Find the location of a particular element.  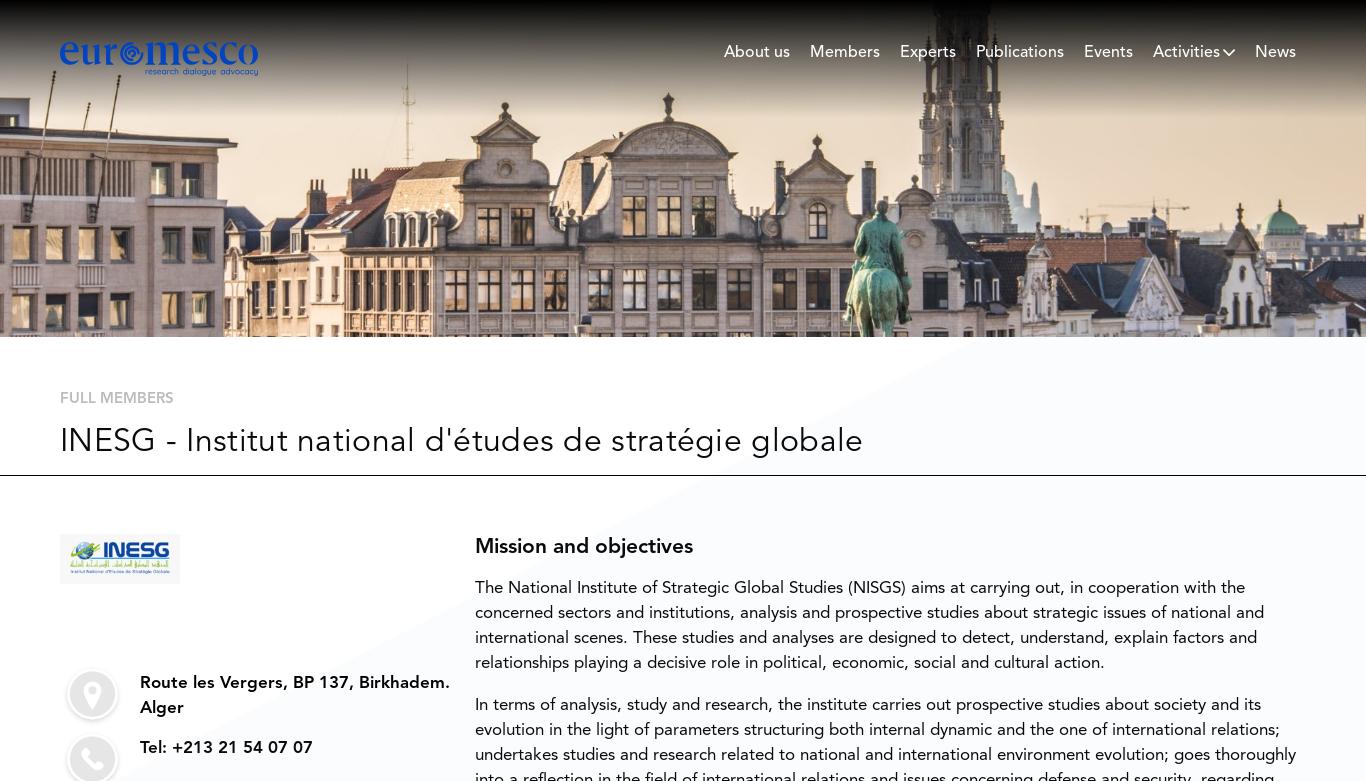

'INESG - Institut national d'études de stratégie globale' is located at coordinates (461, 440).